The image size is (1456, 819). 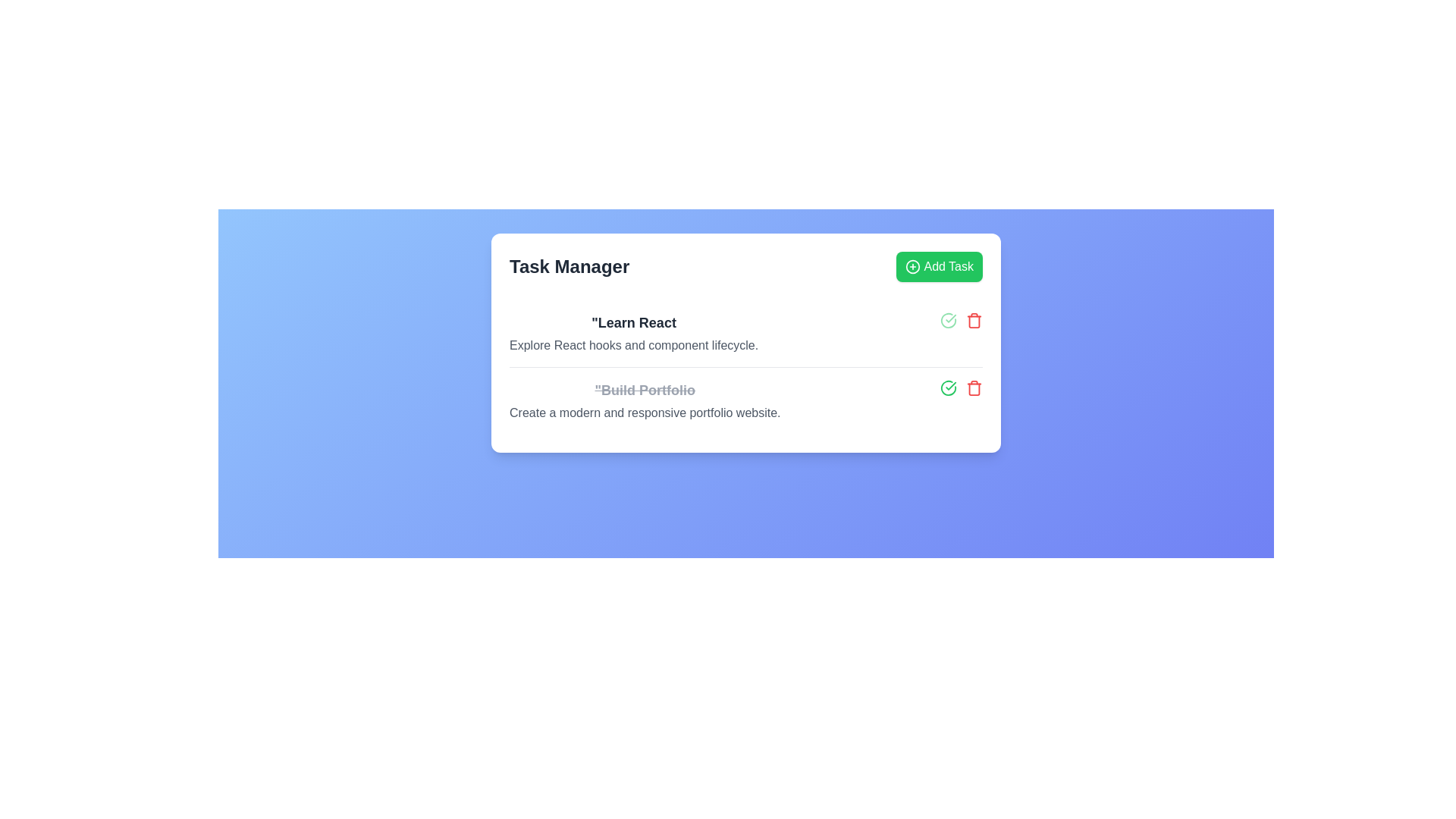 What do you see at coordinates (939, 265) in the screenshot?
I see `the 'Add Task' button located in the top-right corner of the 'Task Manager' interface to observe the hover effect` at bounding box center [939, 265].